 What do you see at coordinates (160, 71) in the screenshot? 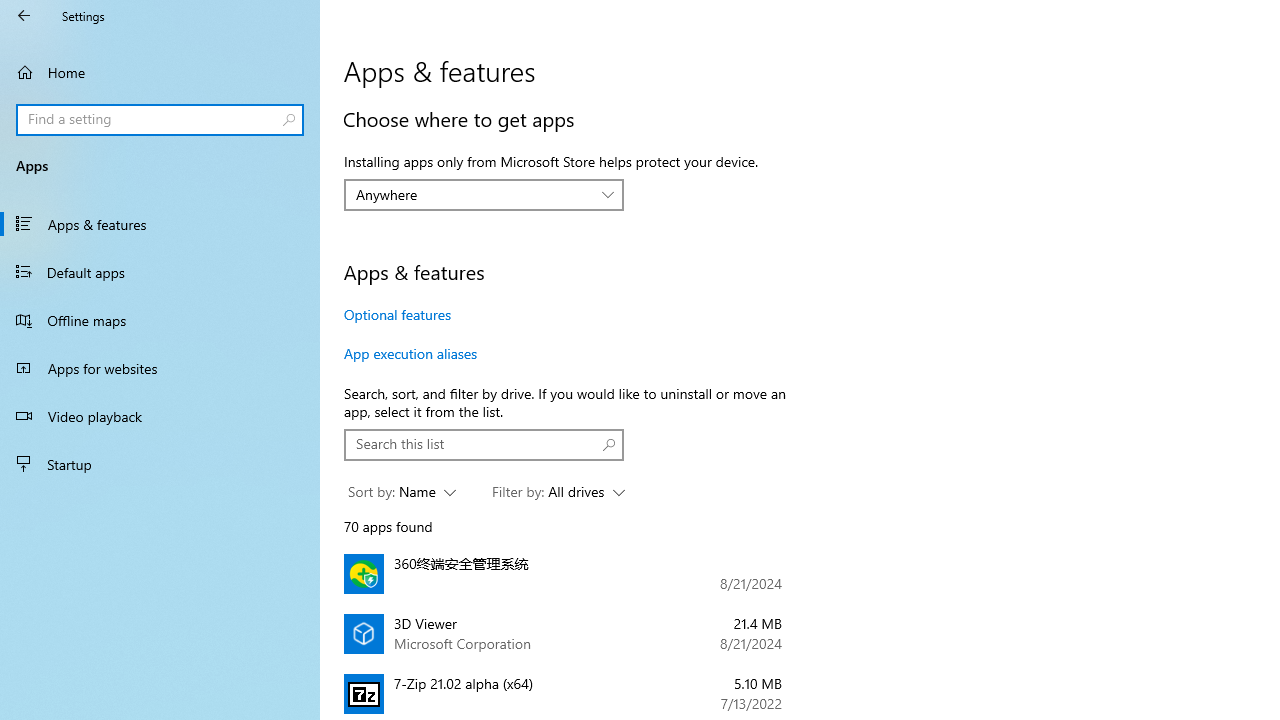
I see `'Home'` at bounding box center [160, 71].